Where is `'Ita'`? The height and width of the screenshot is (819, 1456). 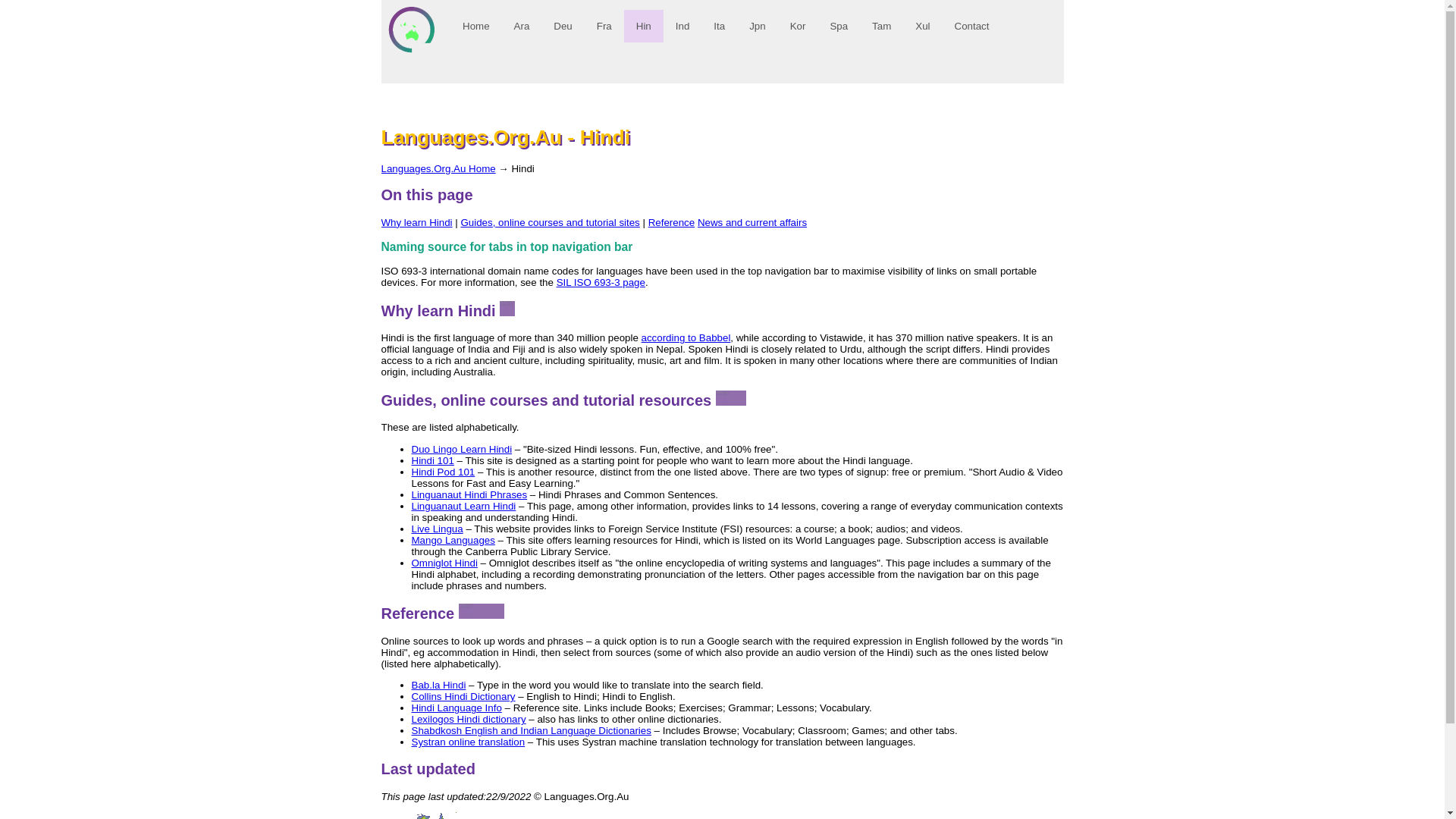
'Ita' is located at coordinates (718, 26).